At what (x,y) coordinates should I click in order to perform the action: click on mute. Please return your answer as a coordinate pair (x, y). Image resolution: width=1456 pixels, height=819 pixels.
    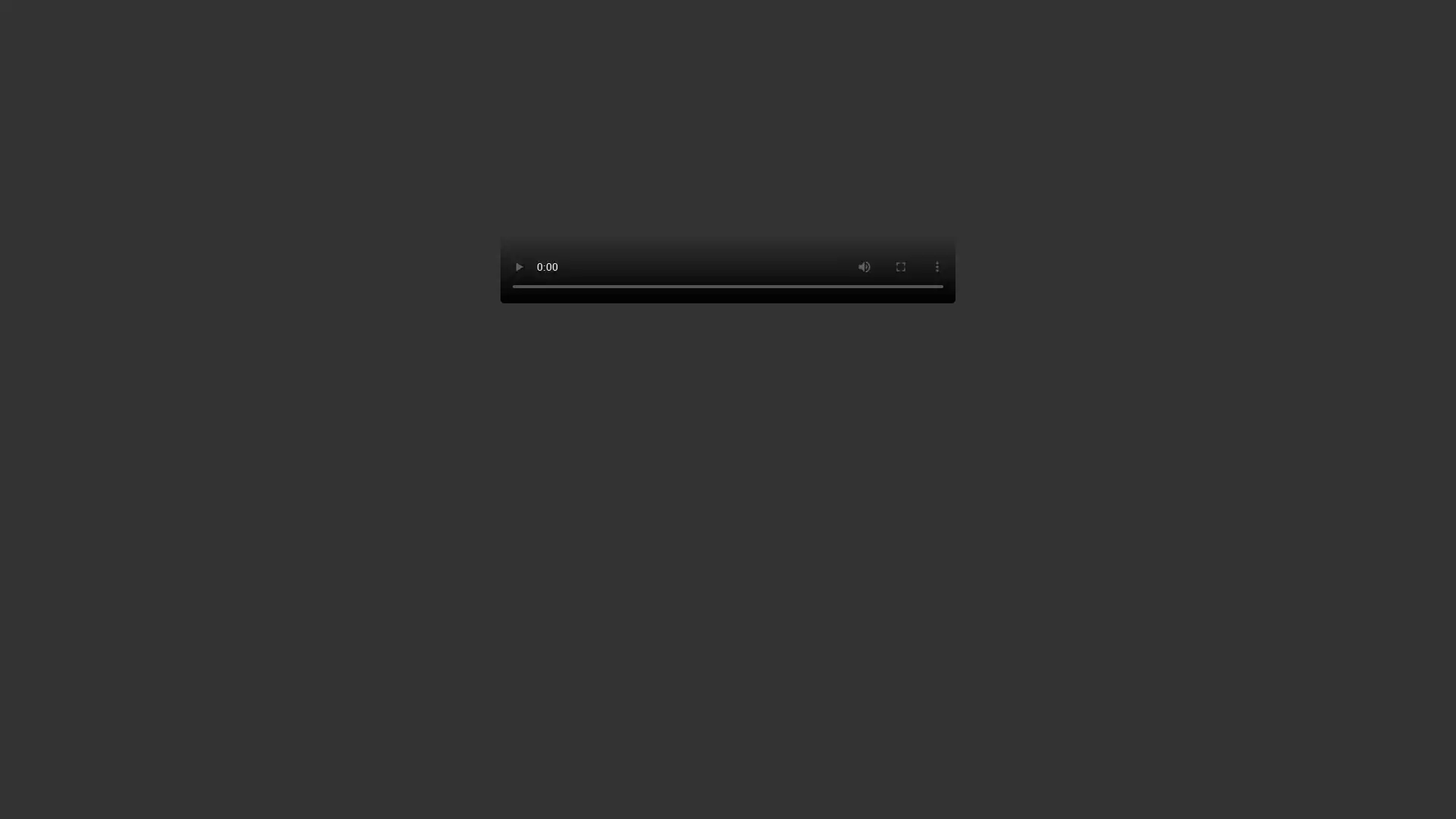
    Looking at the image, I should click on (864, 265).